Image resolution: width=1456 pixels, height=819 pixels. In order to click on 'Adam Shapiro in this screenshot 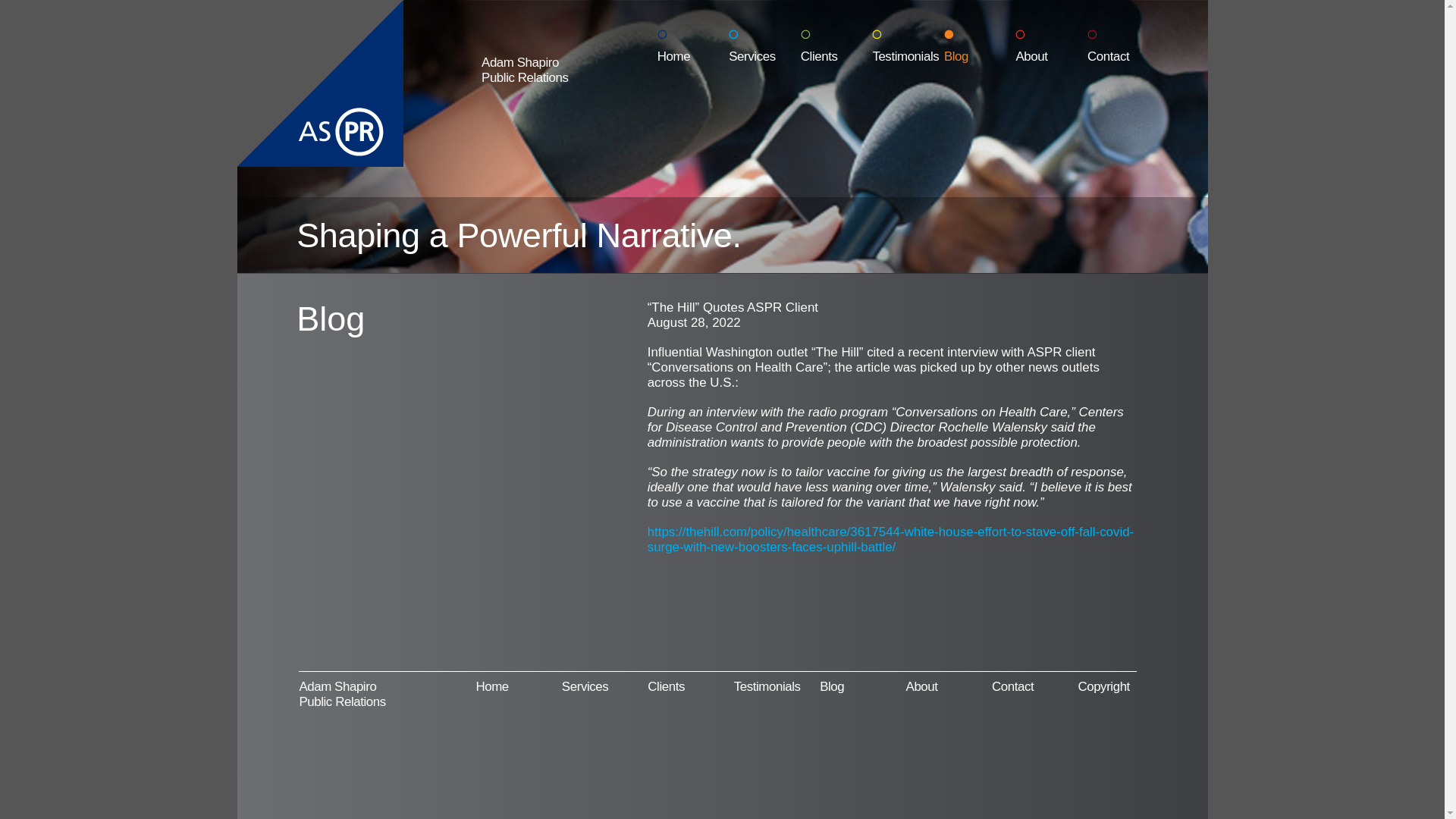, I will do `click(480, 70)`.